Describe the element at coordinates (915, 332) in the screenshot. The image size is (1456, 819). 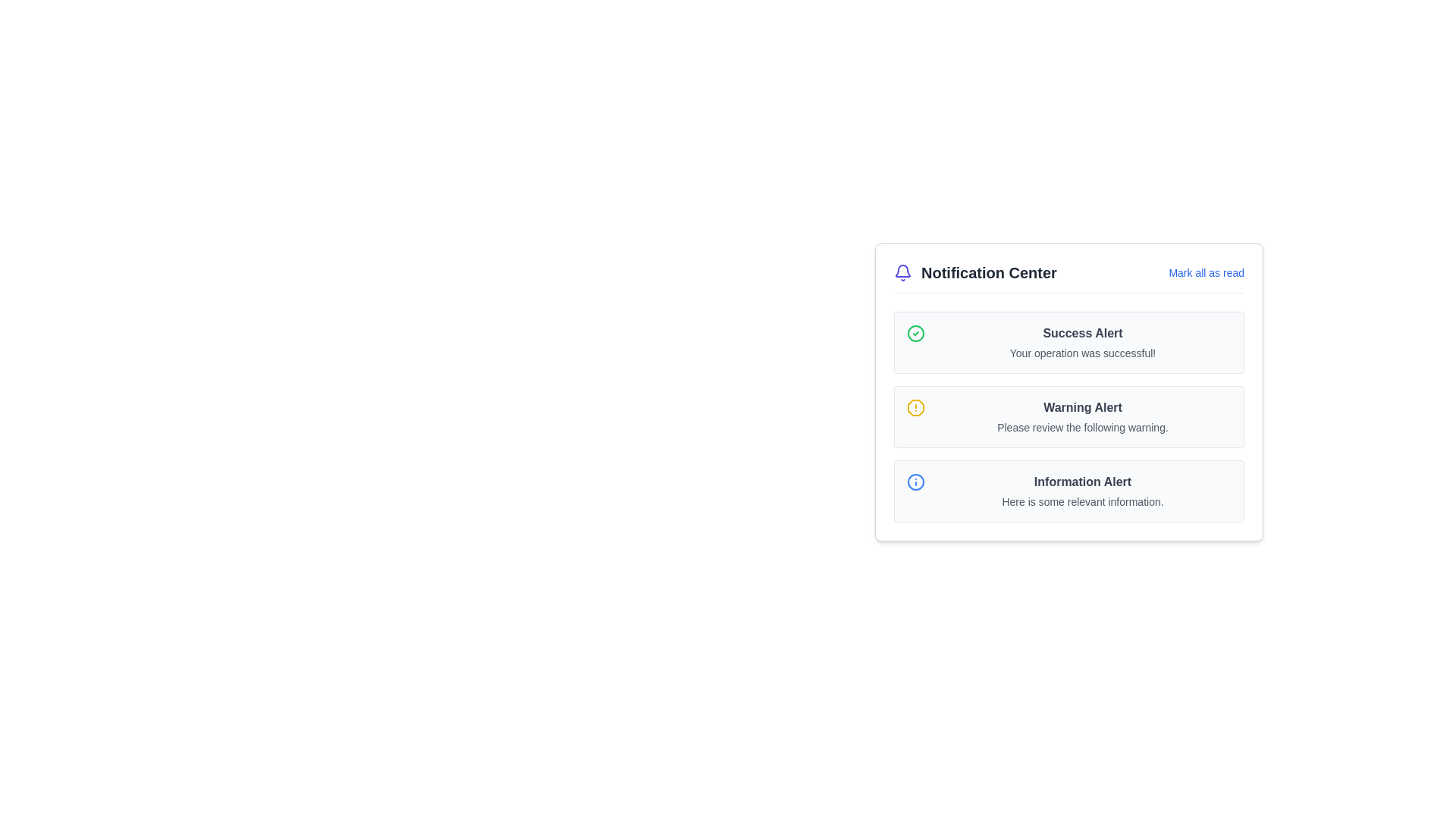
I see `the visual indicator circle located within the 'Success Alert' notification card, which is positioned to the left of the 'Success Alert' text` at that location.